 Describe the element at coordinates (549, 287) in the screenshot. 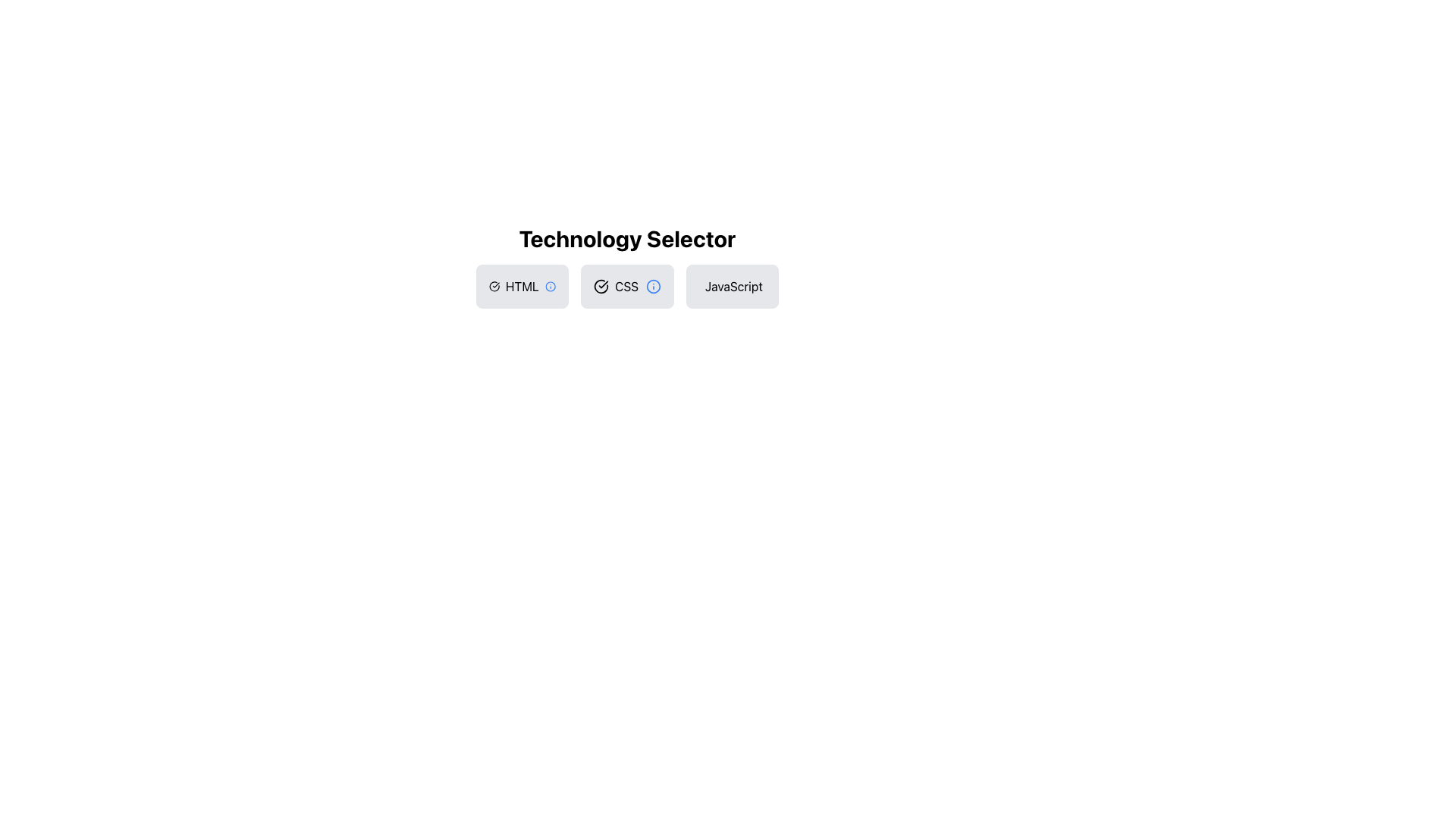

I see `the SVG circle element styled with a blue outline, which is part of the information icon located to the right of the 'CSS' button` at that location.